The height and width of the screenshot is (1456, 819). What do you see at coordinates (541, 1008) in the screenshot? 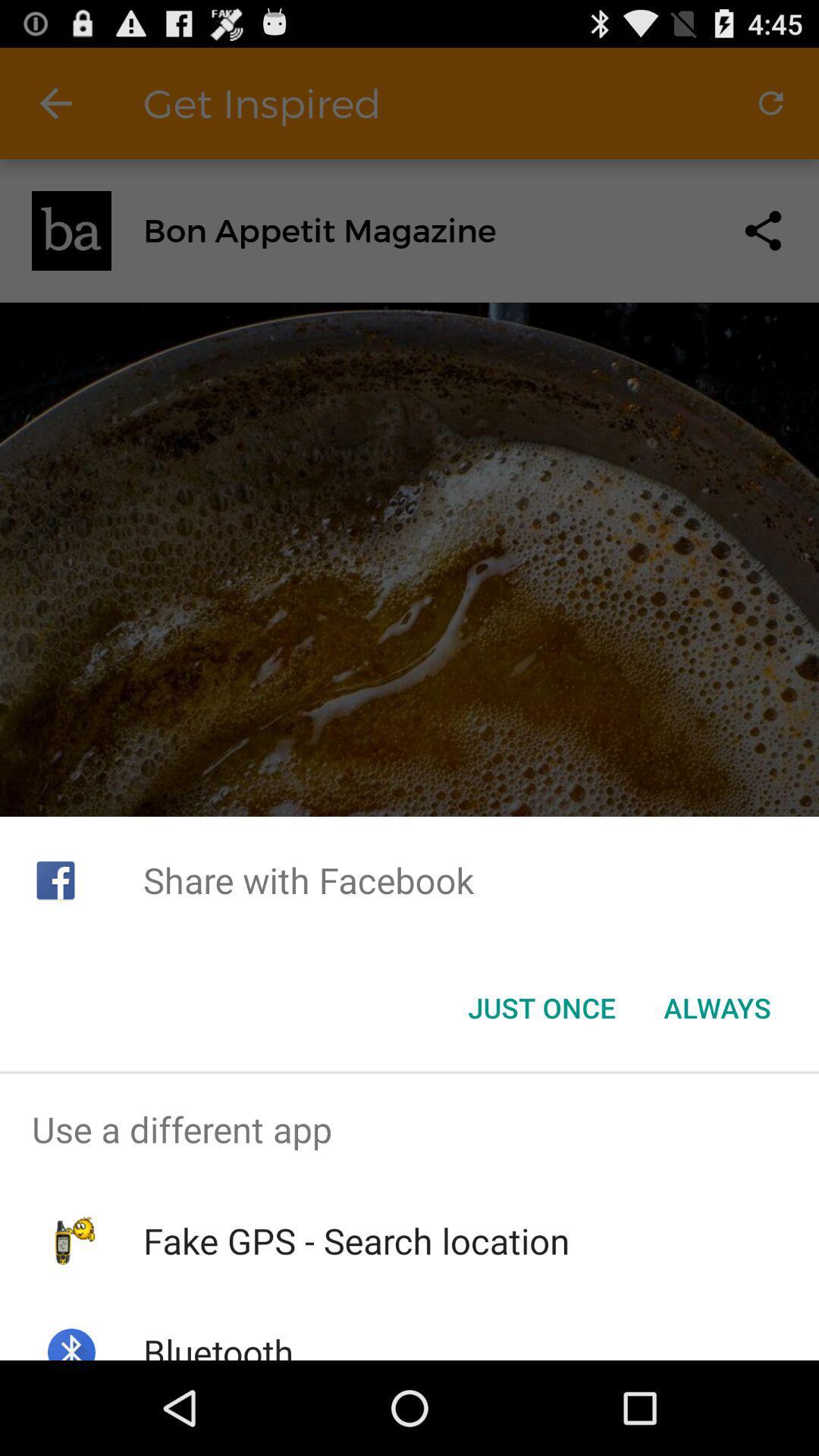
I see `just once` at bounding box center [541, 1008].